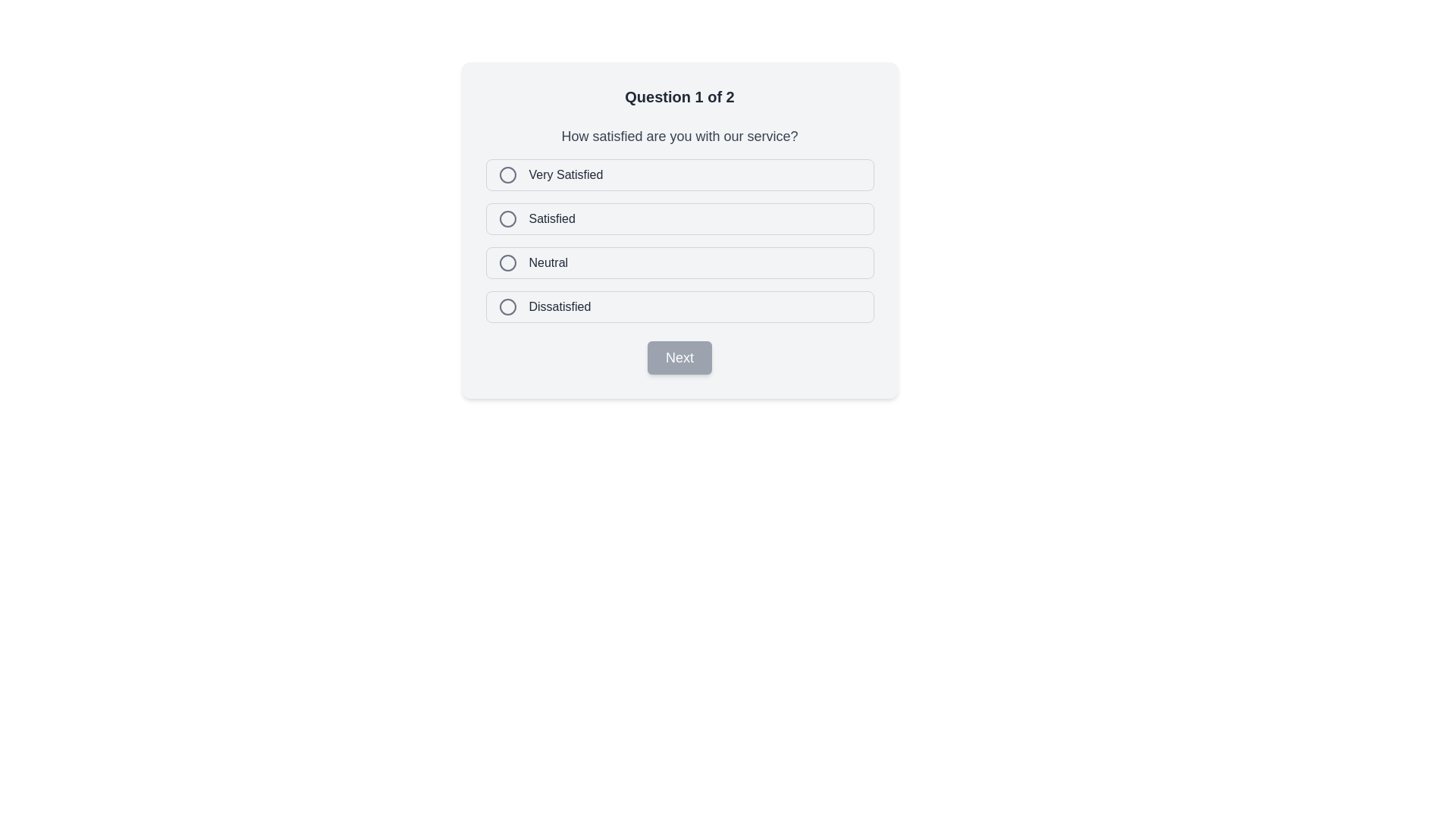  What do you see at coordinates (507, 262) in the screenshot?
I see `the 'Neutral' radio button which is the third item in a vertical list of options` at bounding box center [507, 262].